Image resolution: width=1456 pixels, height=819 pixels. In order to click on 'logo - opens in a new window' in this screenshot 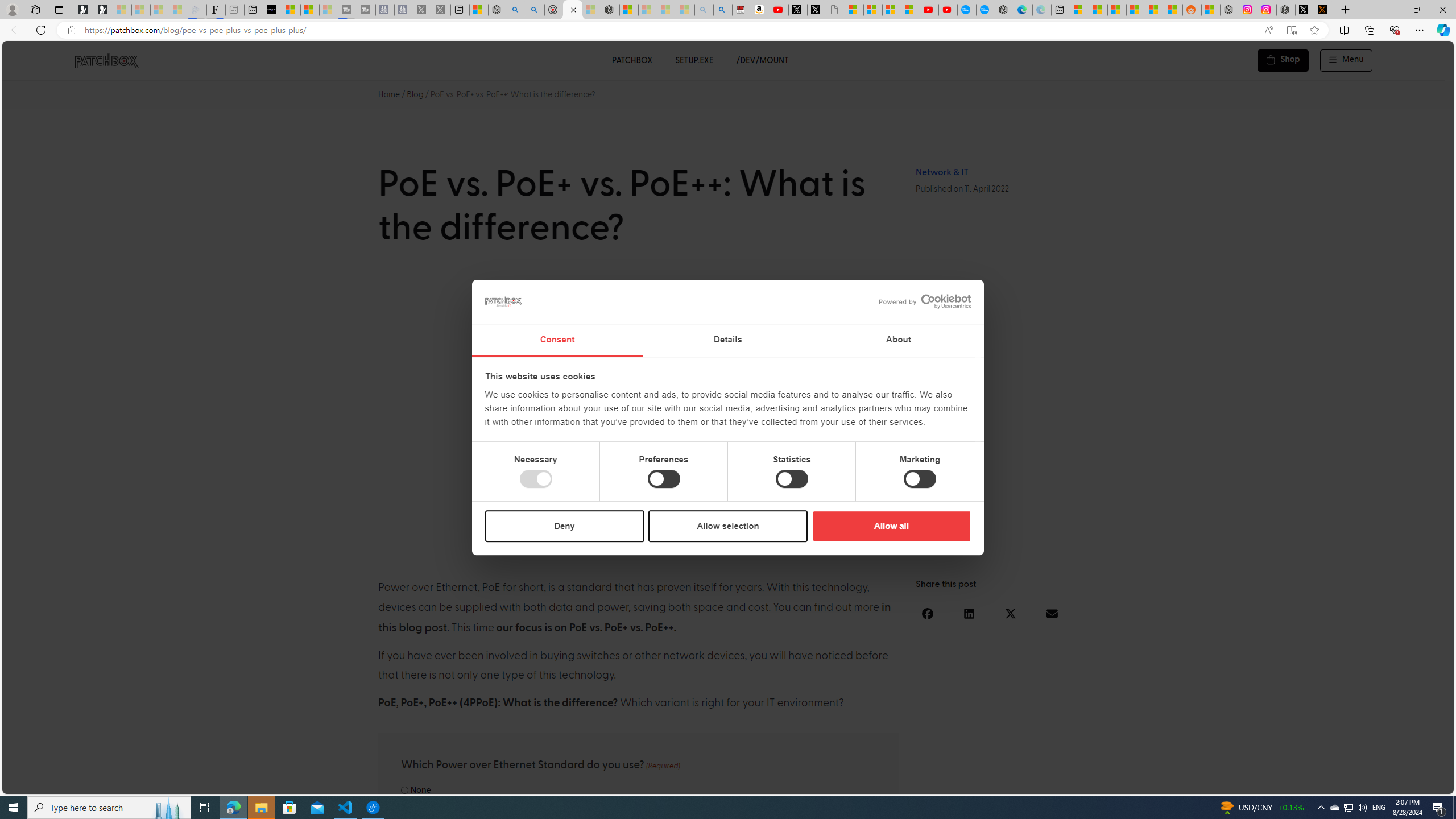, I will do `click(920, 301)`.